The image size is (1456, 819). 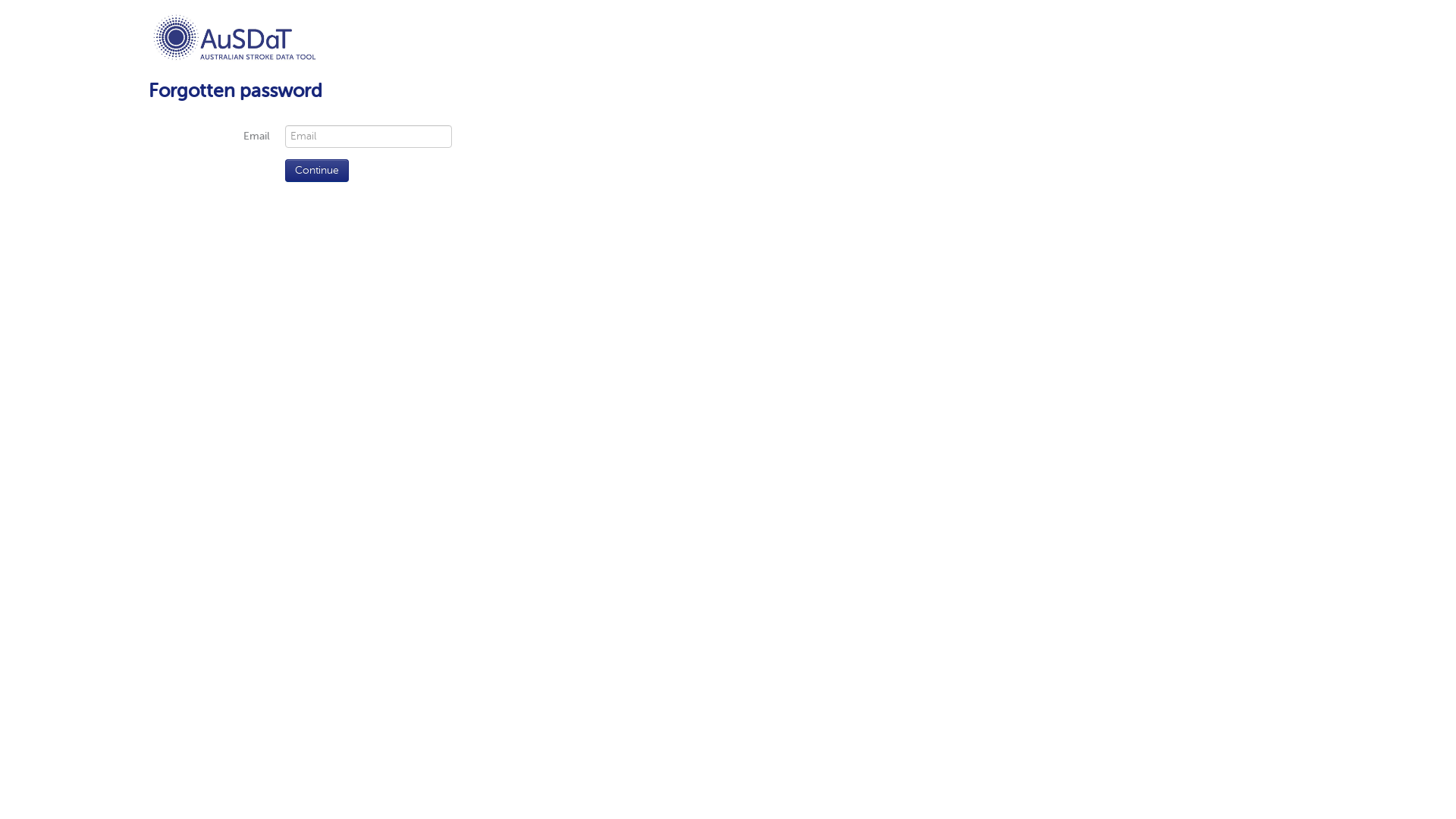 What do you see at coordinates (315, 170) in the screenshot?
I see `'Continue'` at bounding box center [315, 170].